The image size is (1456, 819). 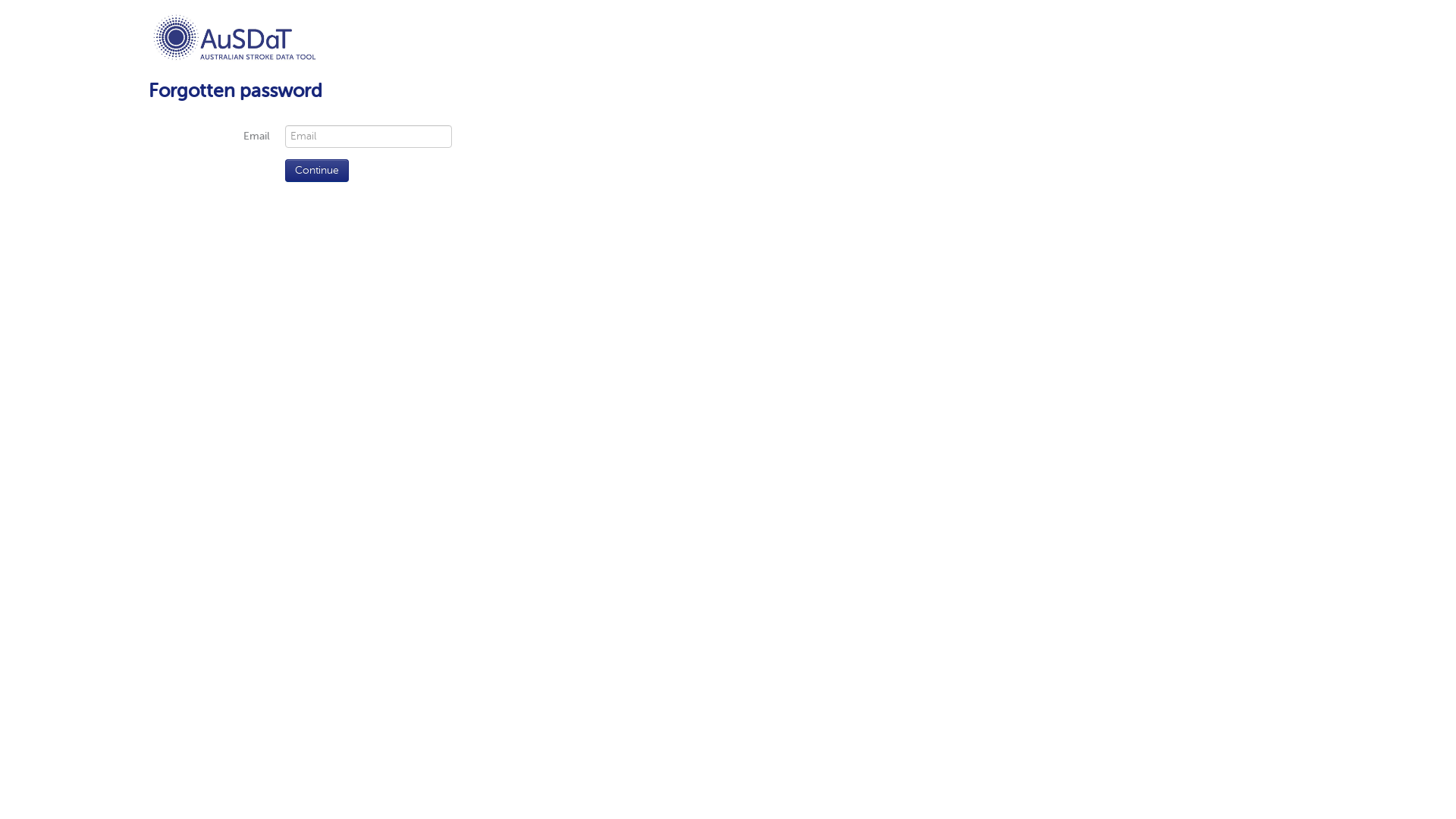 What do you see at coordinates (315, 170) in the screenshot?
I see `'Continue'` at bounding box center [315, 170].